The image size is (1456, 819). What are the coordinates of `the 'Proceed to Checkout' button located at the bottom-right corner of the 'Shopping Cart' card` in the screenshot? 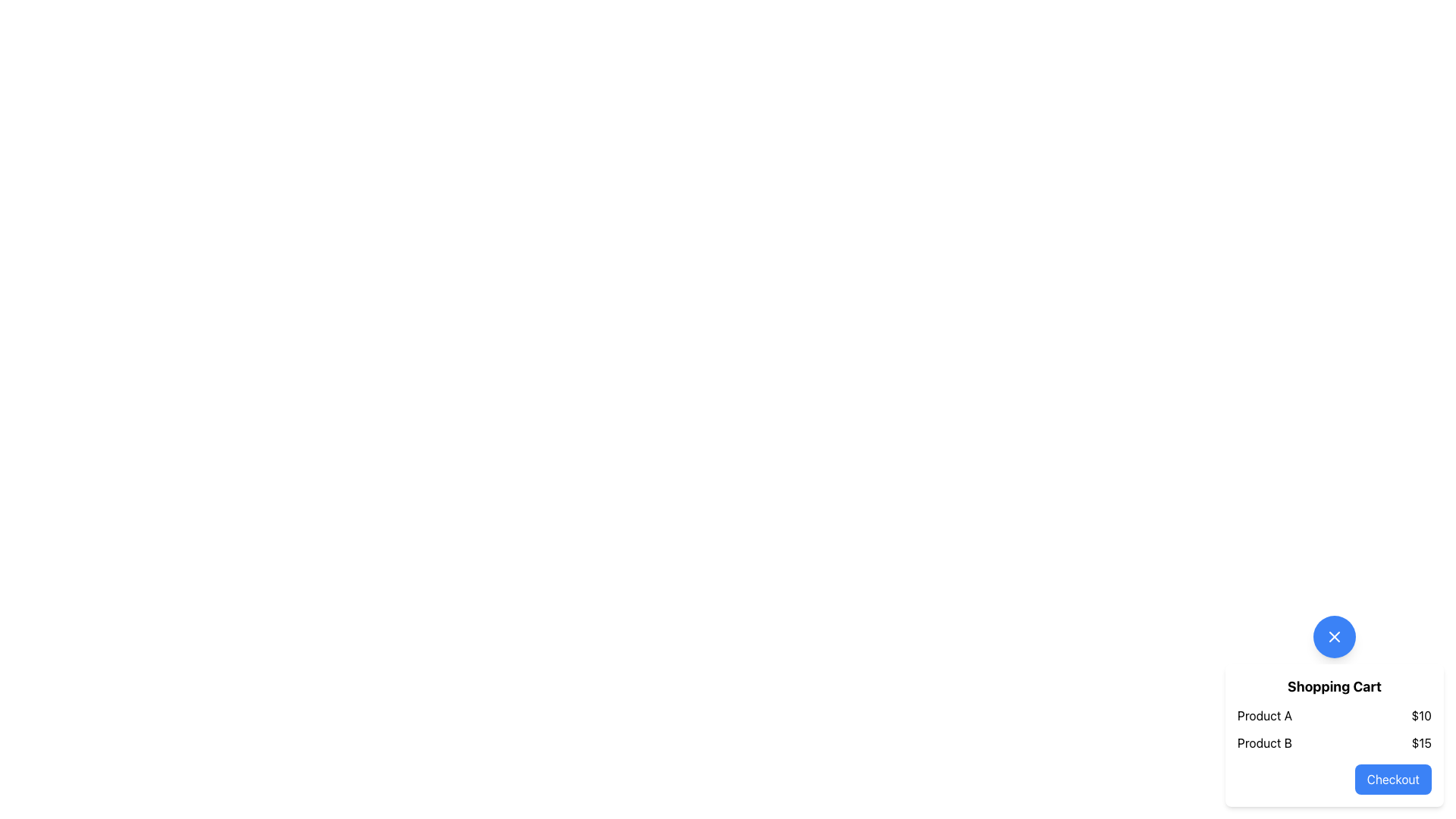 It's located at (1335, 780).